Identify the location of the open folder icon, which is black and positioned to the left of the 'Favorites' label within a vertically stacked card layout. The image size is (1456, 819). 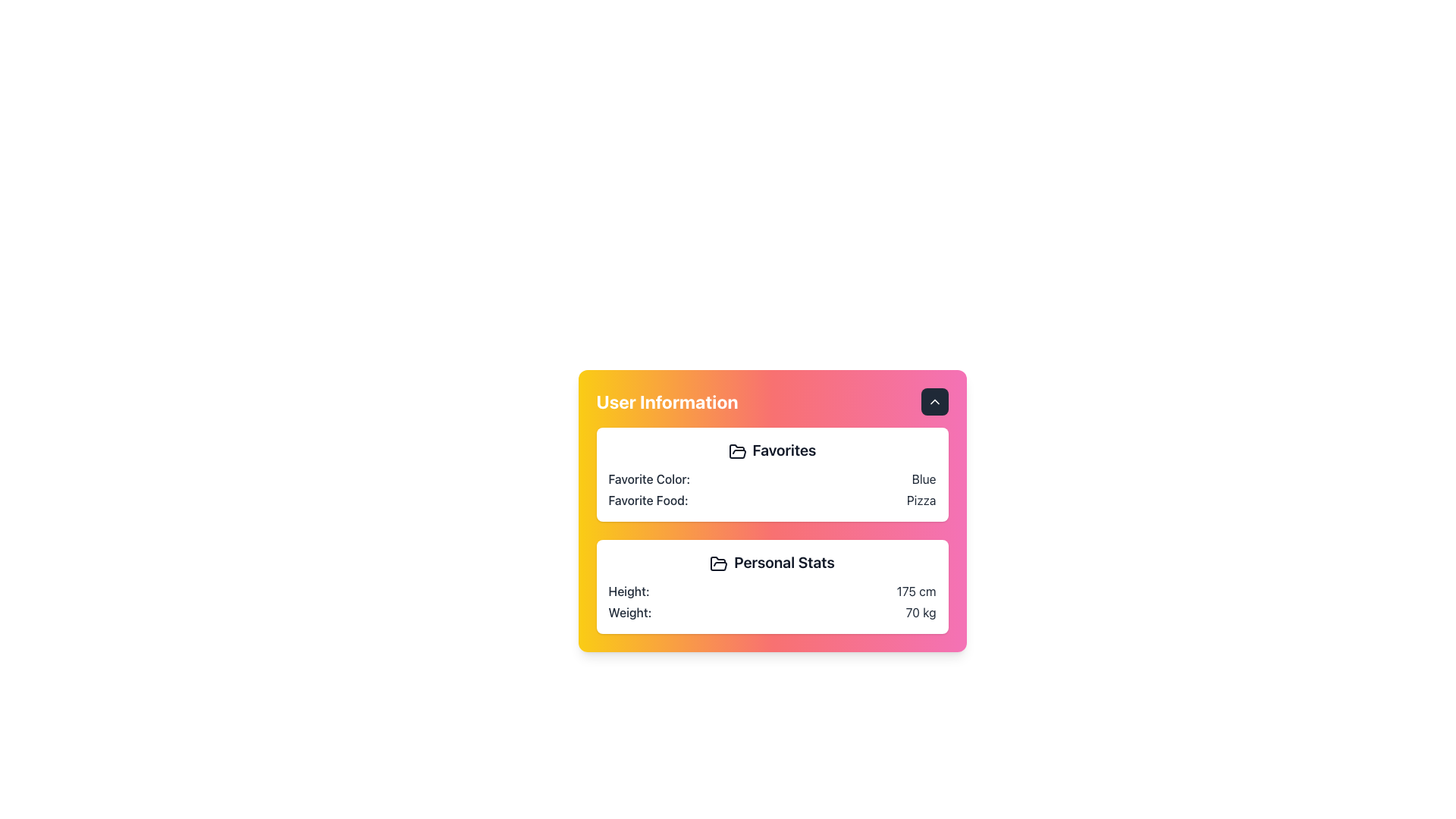
(718, 563).